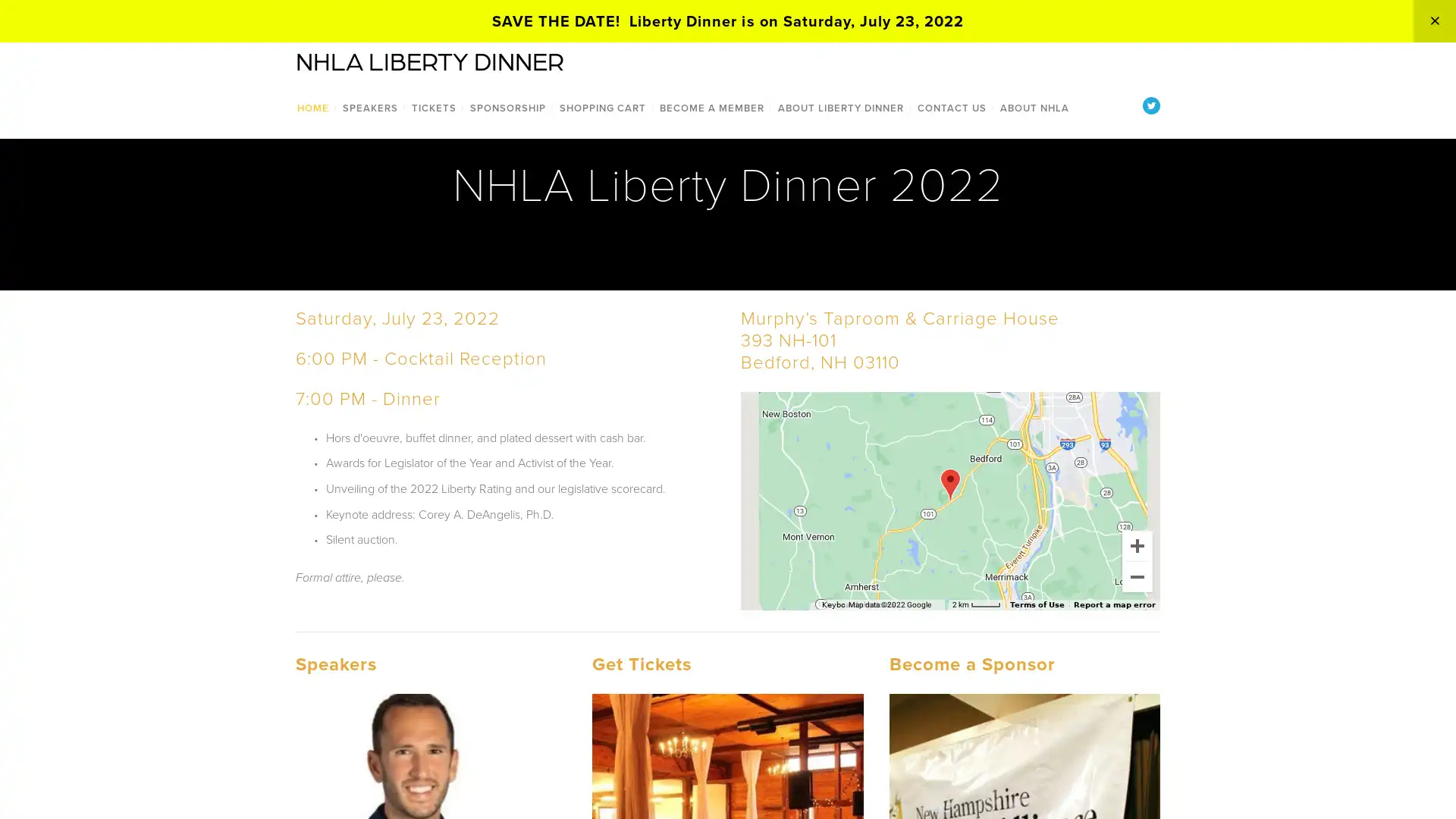 The width and height of the screenshot is (1456, 819). What do you see at coordinates (846, 604) in the screenshot?
I see `Keyboard shortcuts` at bounding box center [846, 604].